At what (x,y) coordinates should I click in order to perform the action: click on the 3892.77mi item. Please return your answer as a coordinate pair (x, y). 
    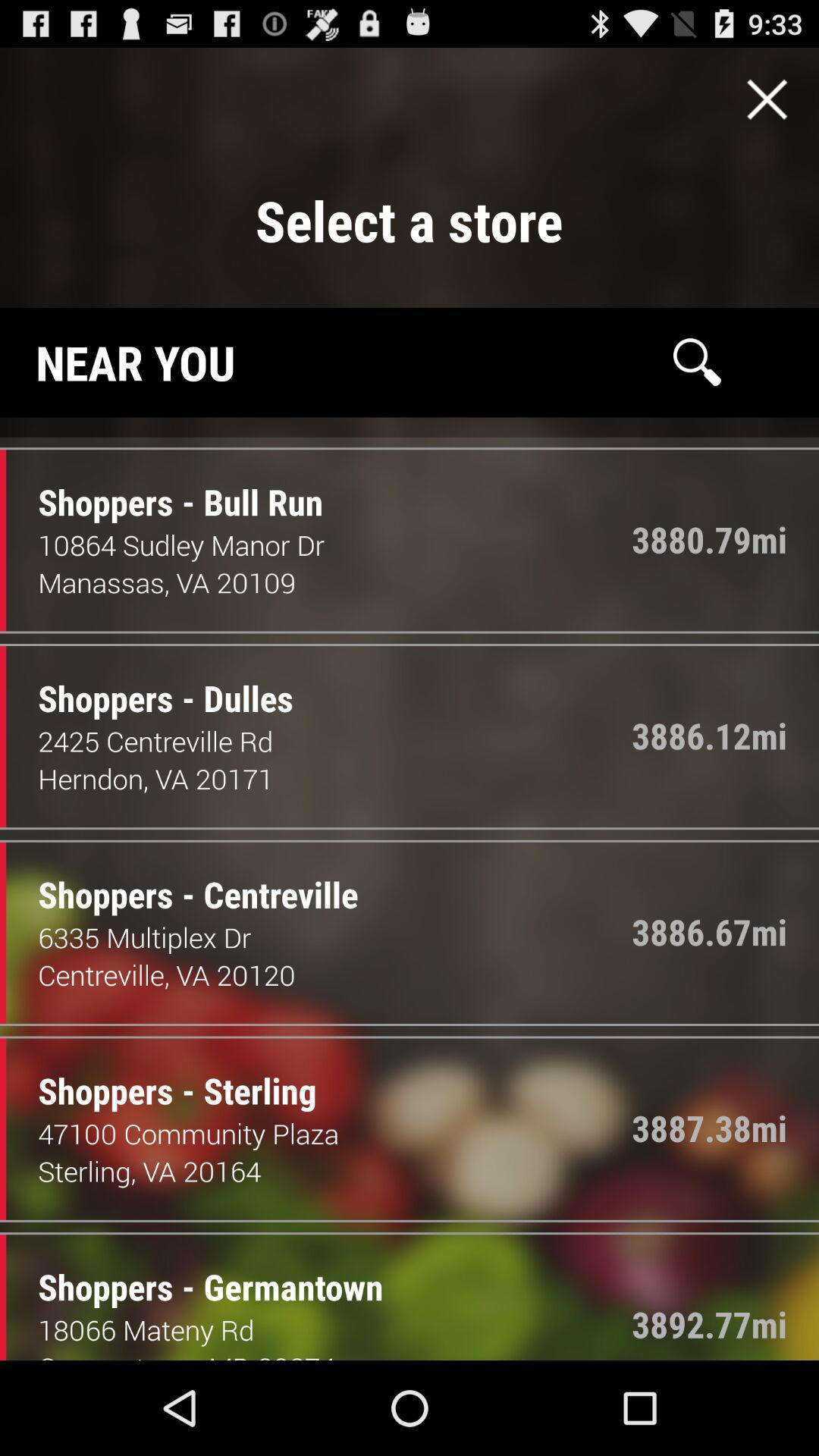
    Looking at the image, I should click on (709, 1323).